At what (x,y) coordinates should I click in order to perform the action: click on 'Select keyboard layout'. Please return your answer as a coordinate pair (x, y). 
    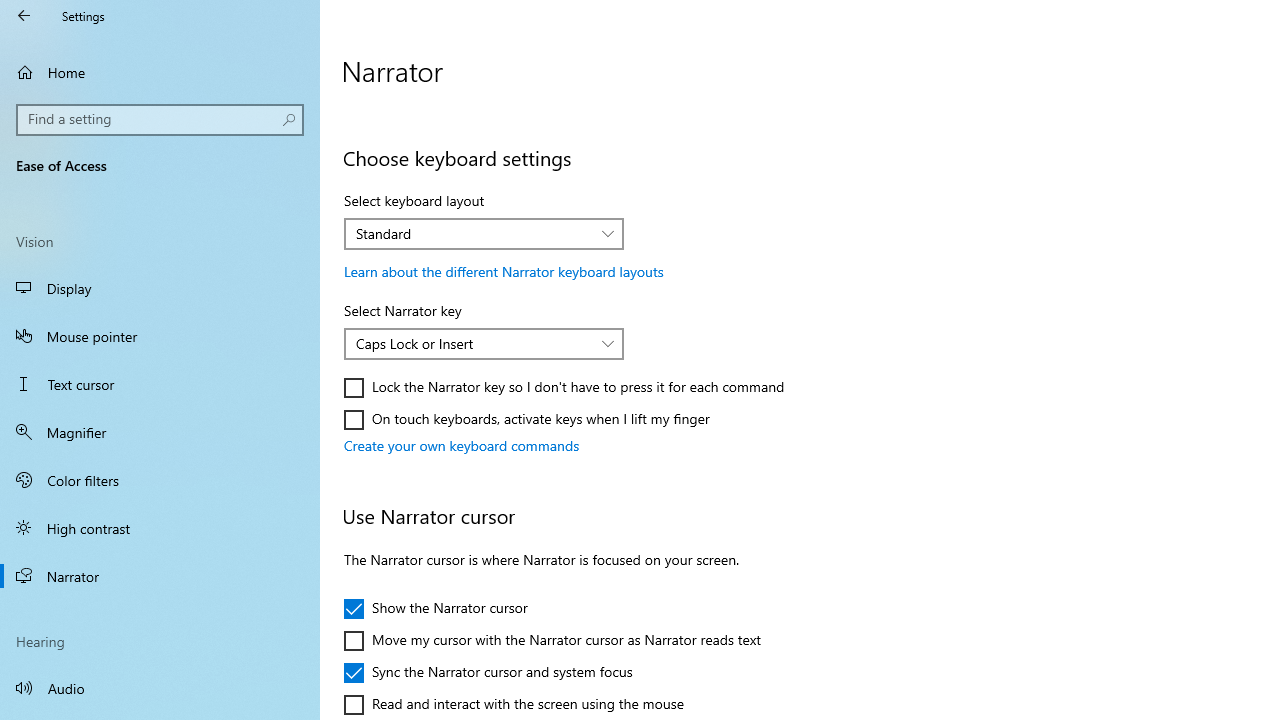
    Looking at the image, I should click on (484, 233).